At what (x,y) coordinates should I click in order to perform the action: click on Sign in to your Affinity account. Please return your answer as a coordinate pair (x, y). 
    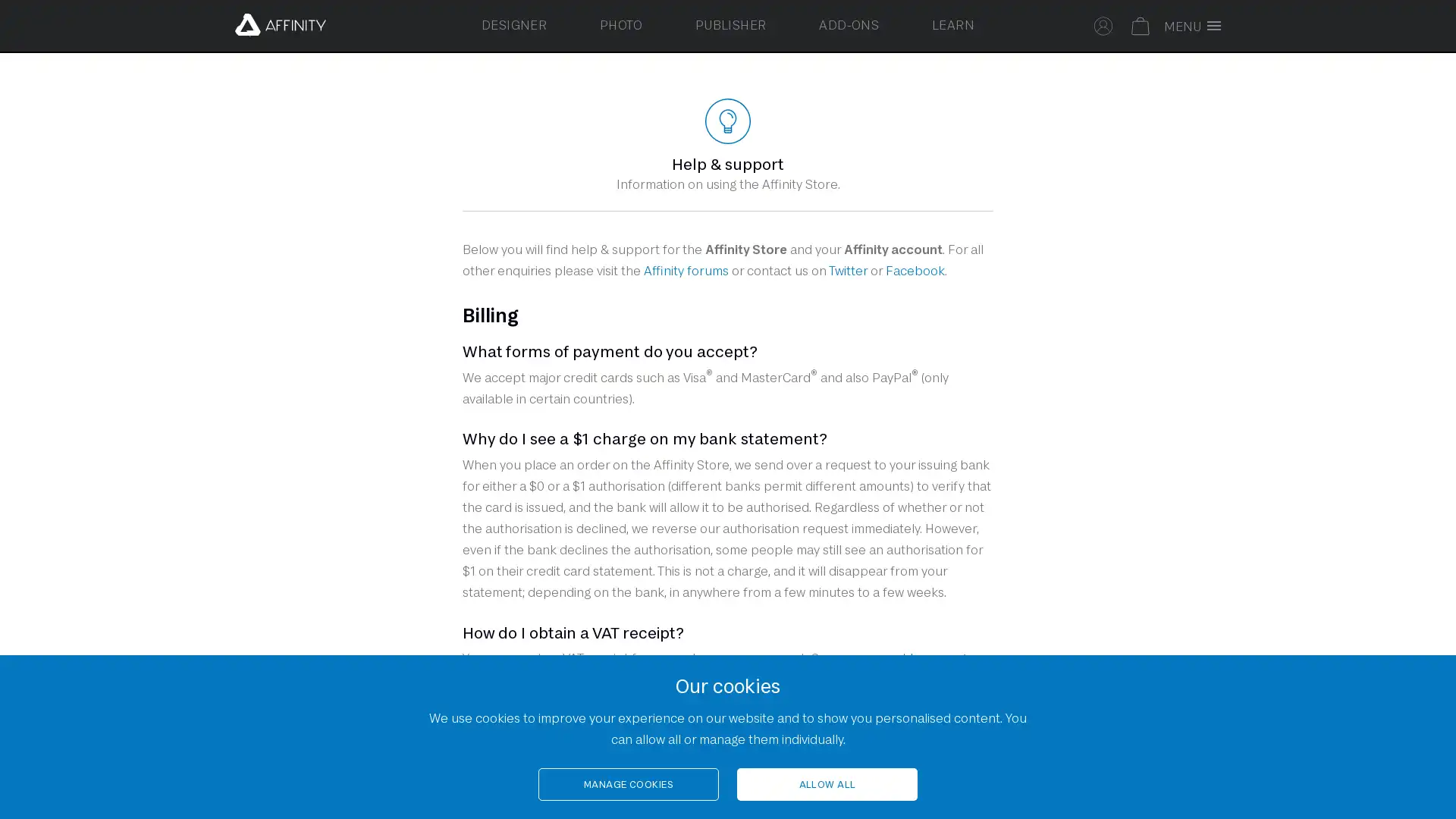
    Looking at the image, I should click on (1103, 24).